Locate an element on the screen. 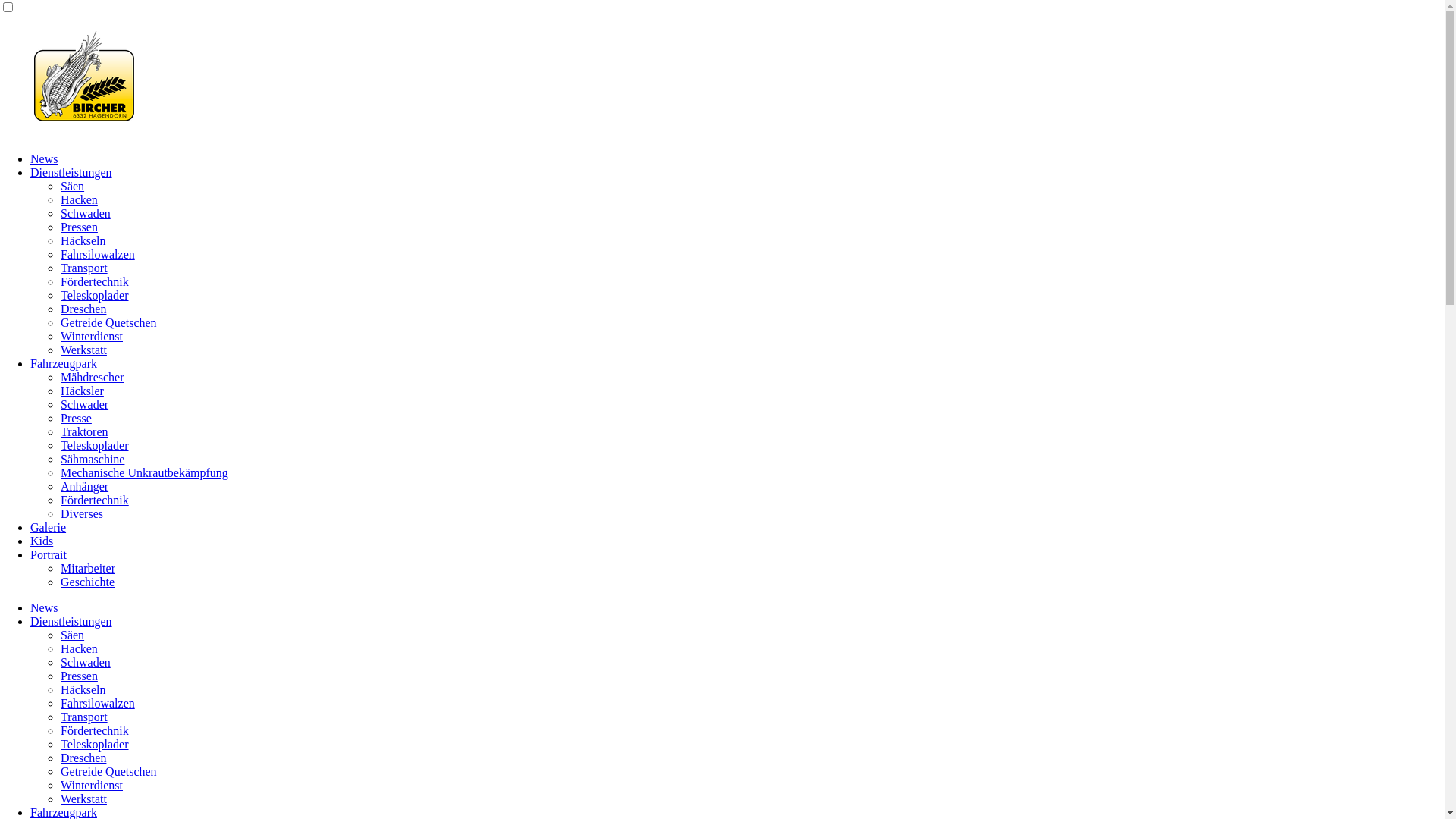 This screenshot has width=1456, height=819. 'Portrait' is located at coordinates (48, 554).